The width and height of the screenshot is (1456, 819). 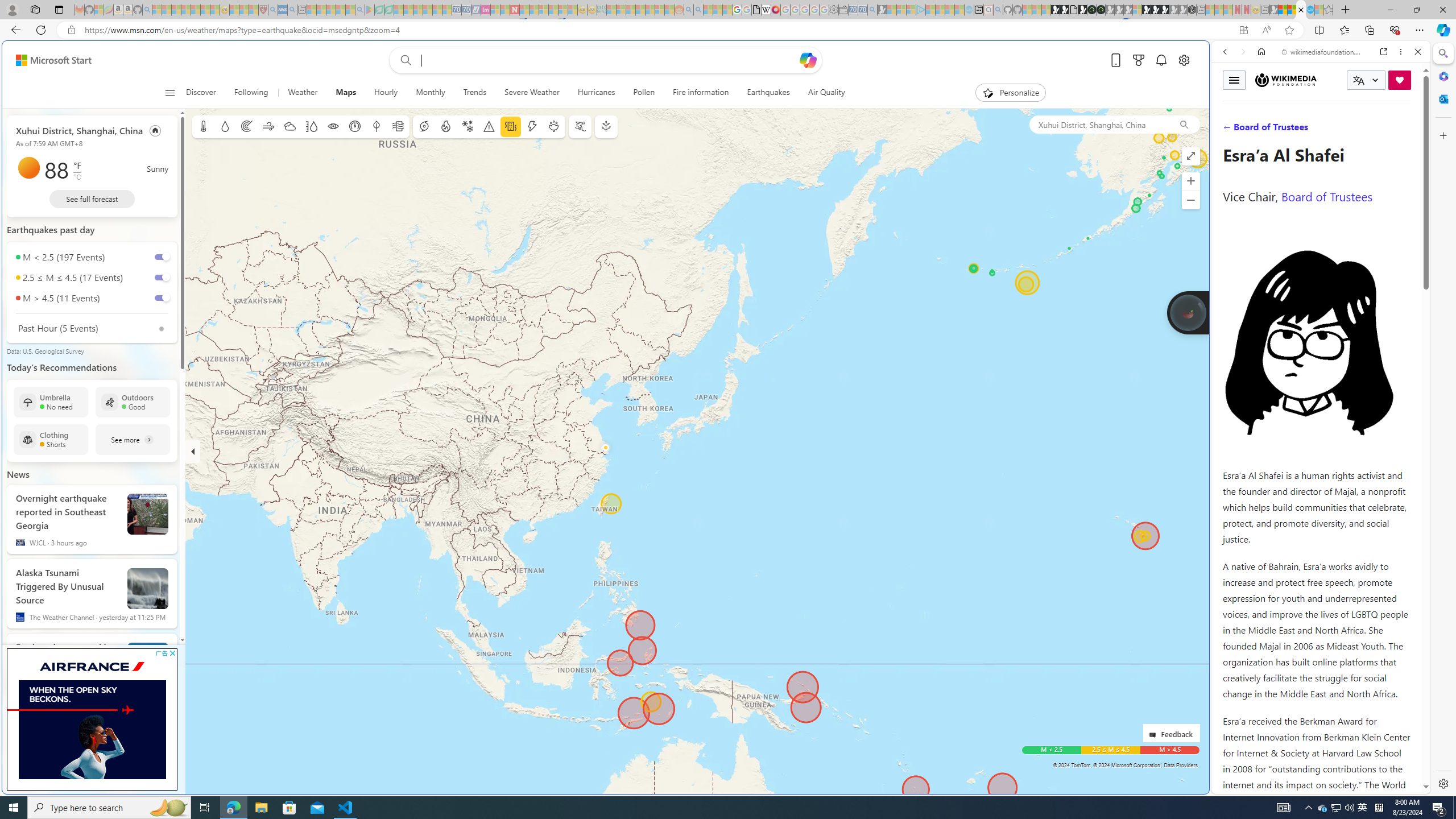 I want to click on 'Feedback', so click(x=1170, y=732).